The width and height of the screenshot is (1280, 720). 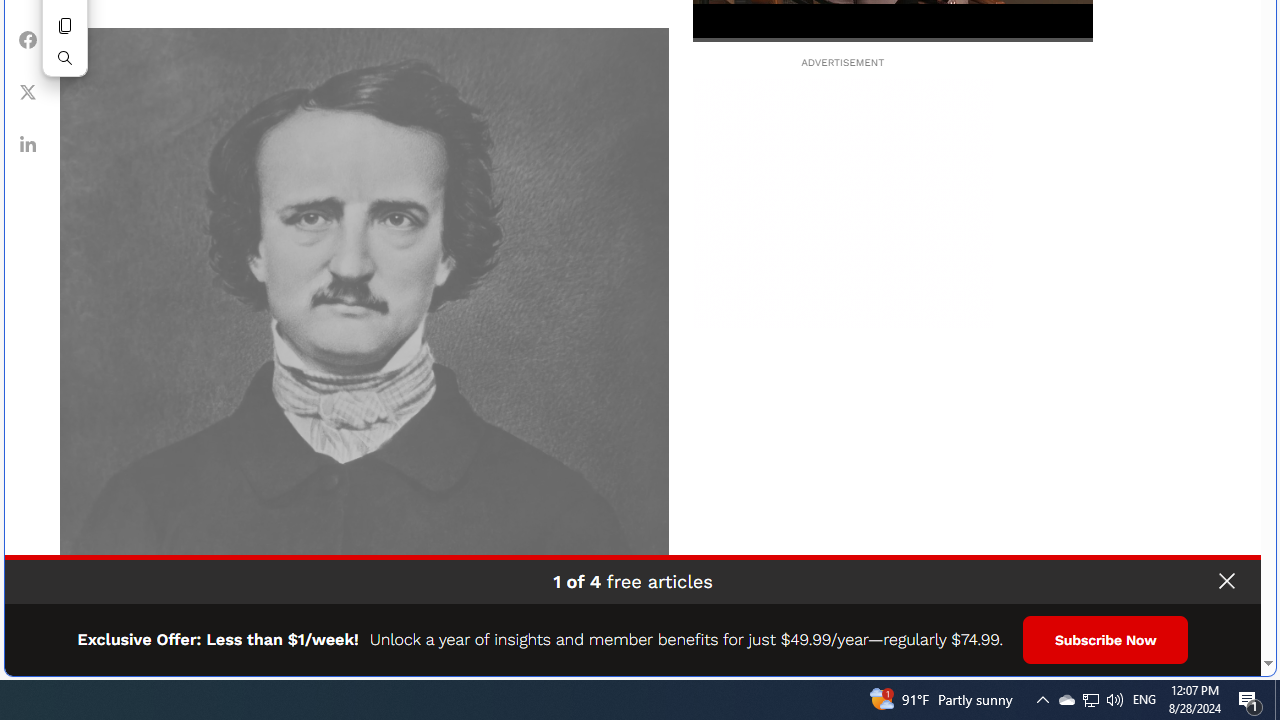 What do you see at coordinates (364, 331) in the screenshot?
I see `'Portrait of Edgar Allan Poe.'` at bounding box center [364, 331].